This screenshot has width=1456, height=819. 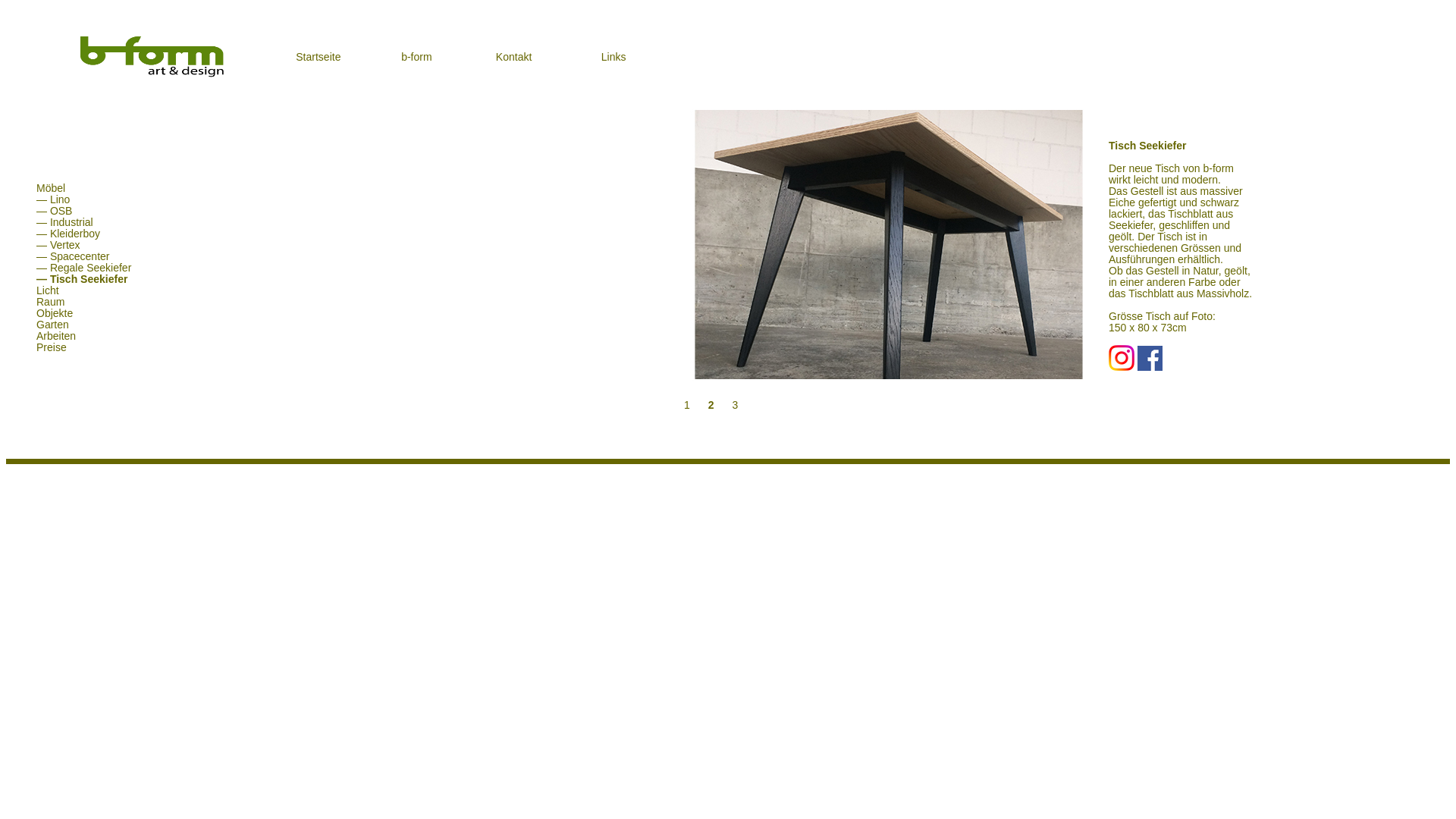 What do you see at coordinates (513, 55) in the screenshot?
I see `'Kontakt'` at bounding box center [513, 55].